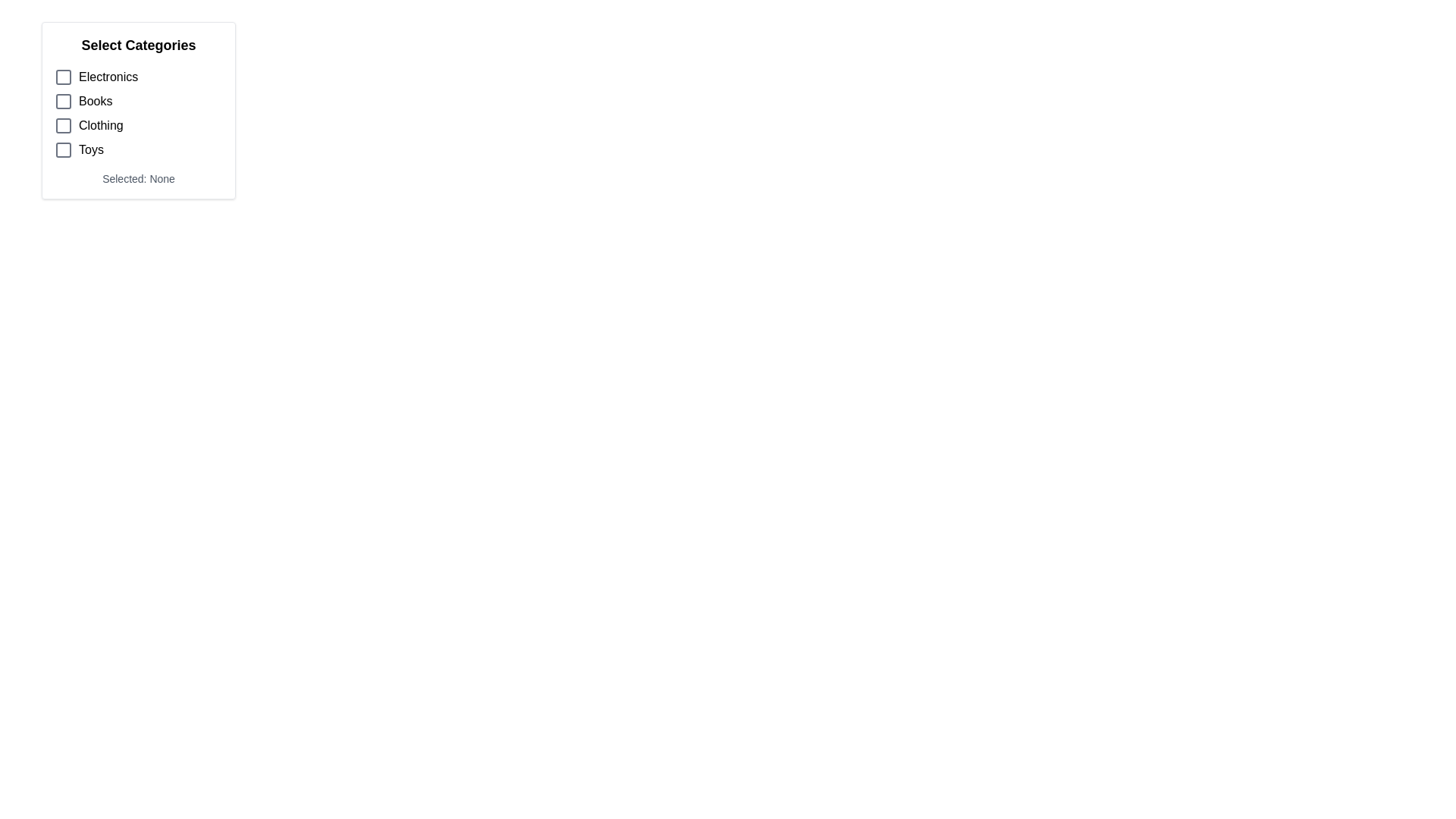 This screenshot has height=819, width=1456. I want to click on the Text Display element that shows 'Selected: None', which is located at the bottom of the category selection interface, so click(138, 177).